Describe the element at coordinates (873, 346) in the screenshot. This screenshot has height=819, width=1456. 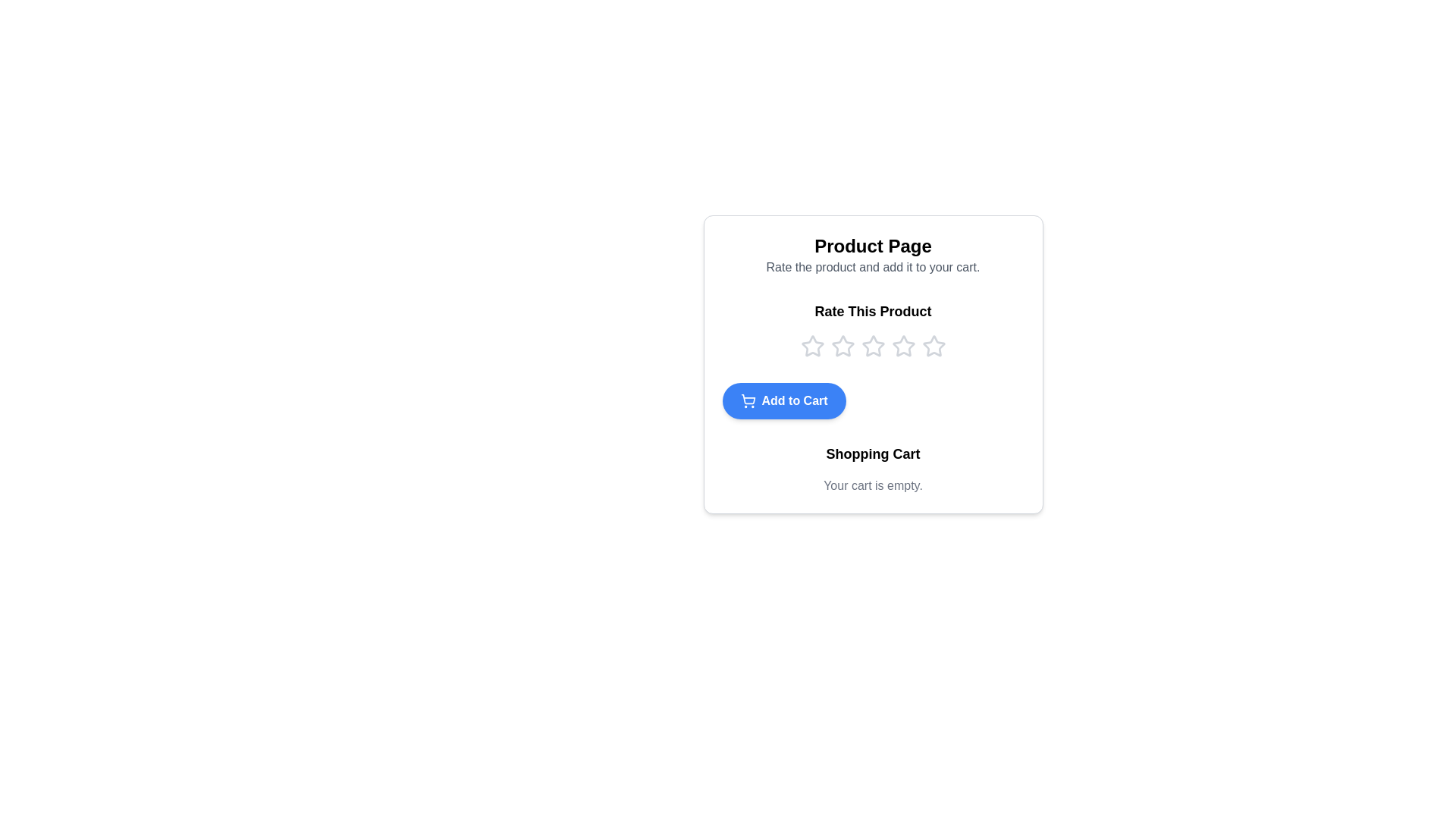
I see `the second star in the star rating button` at that location.